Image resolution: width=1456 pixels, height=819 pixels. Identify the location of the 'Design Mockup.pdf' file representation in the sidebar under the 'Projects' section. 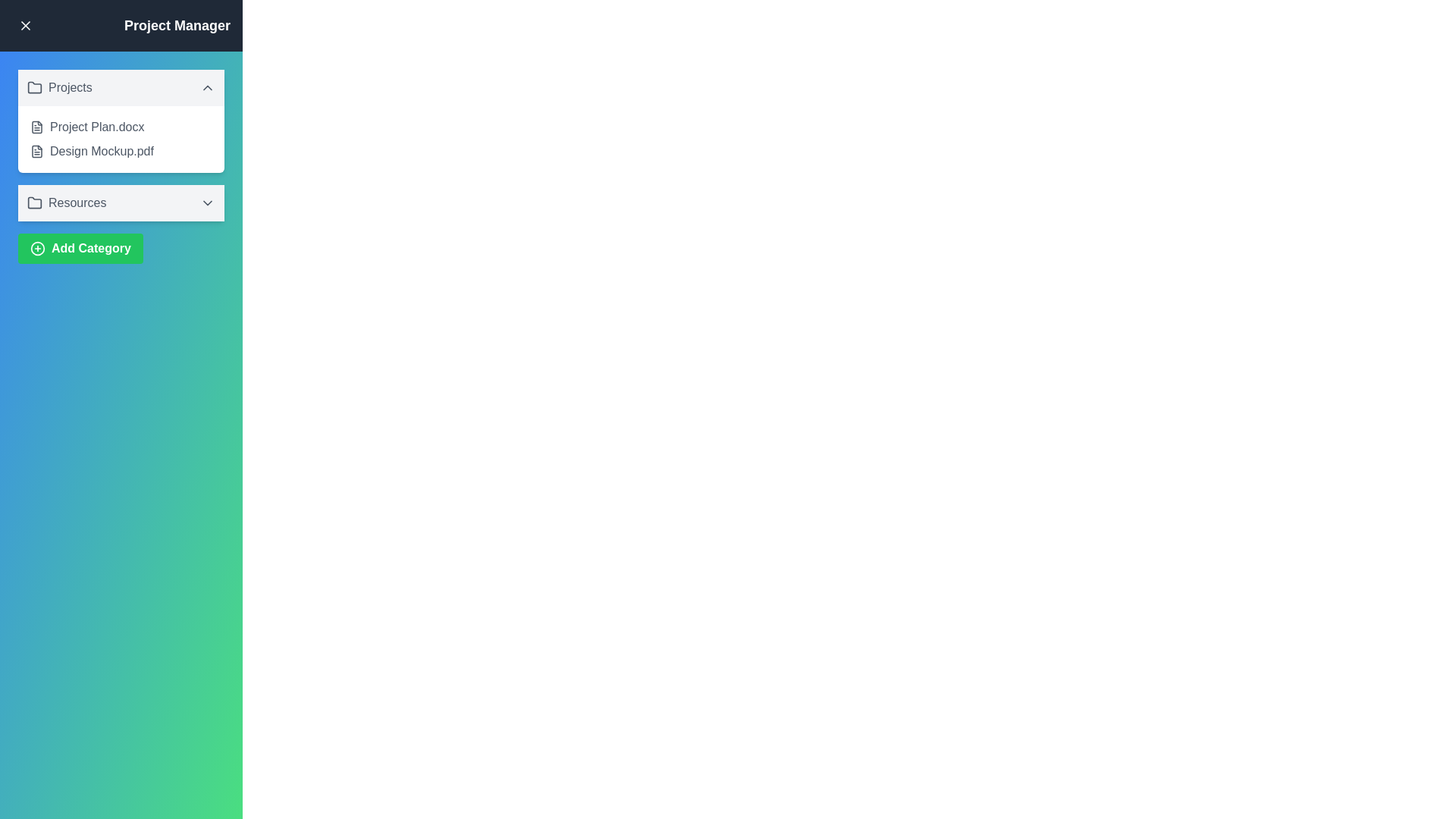
(120, 152).